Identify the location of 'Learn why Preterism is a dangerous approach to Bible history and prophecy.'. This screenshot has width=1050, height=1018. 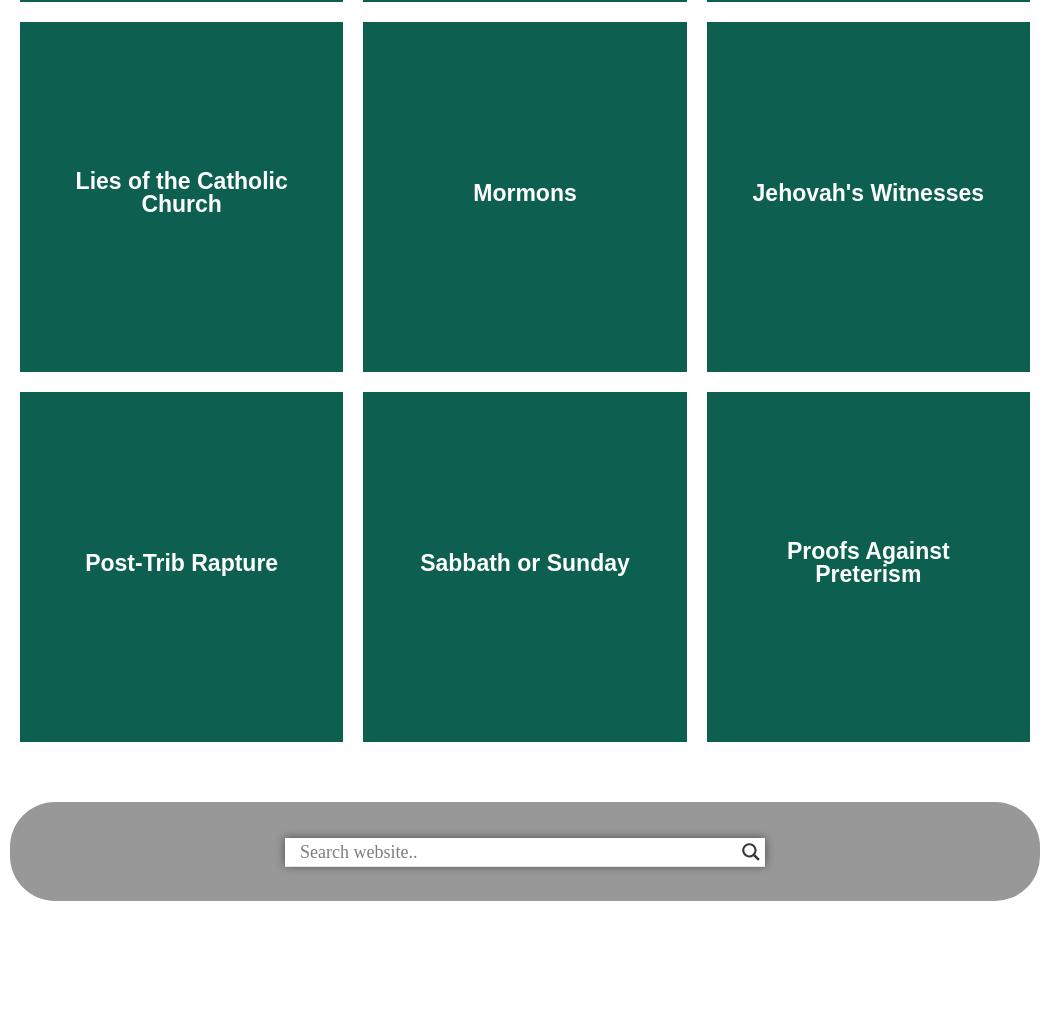
(867, 917).